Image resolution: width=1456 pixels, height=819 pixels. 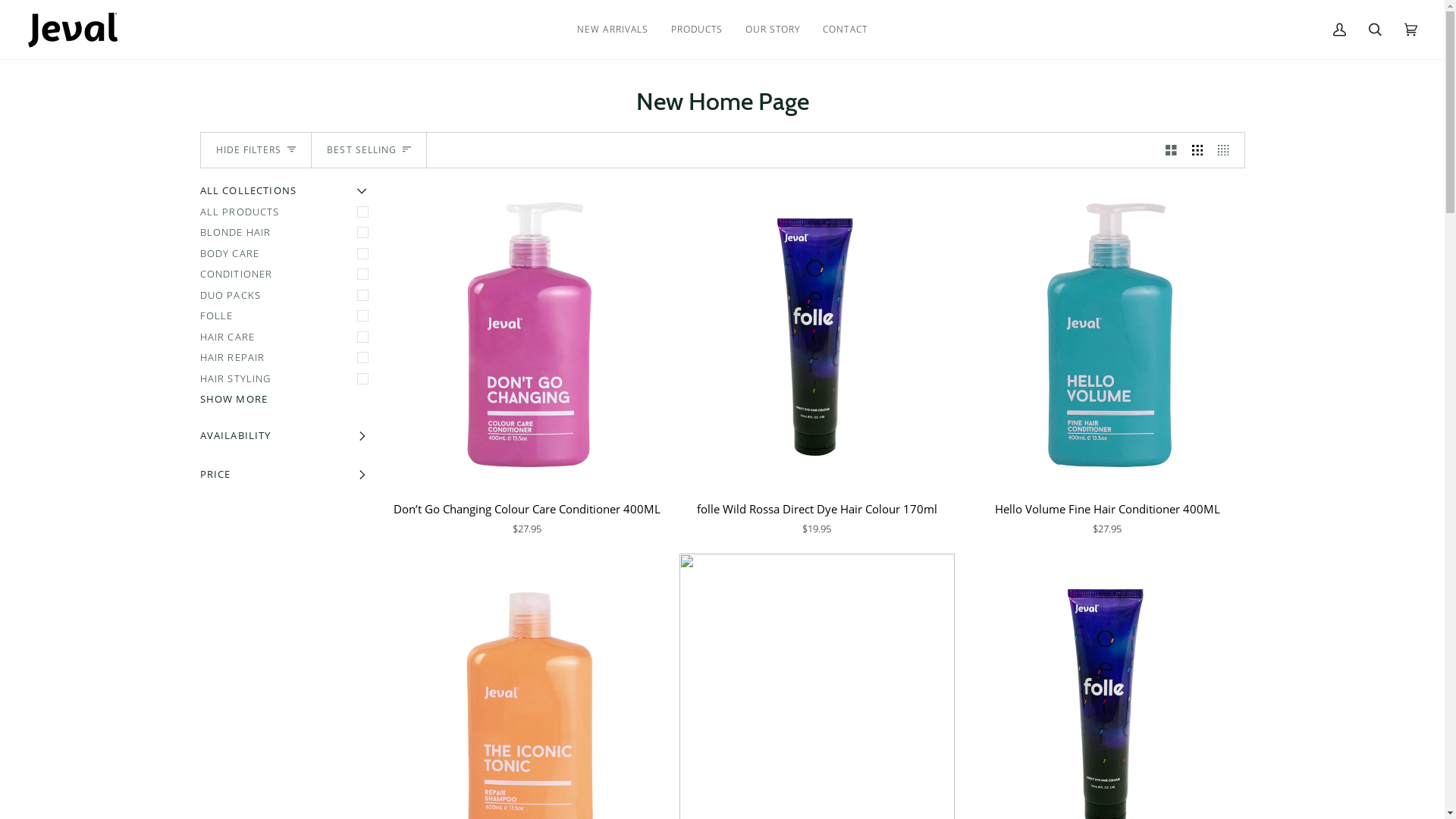 What do you see at coordinates (97, 14) in the screenshot?
I see `'Filter'` at bounding box center [97, 14].